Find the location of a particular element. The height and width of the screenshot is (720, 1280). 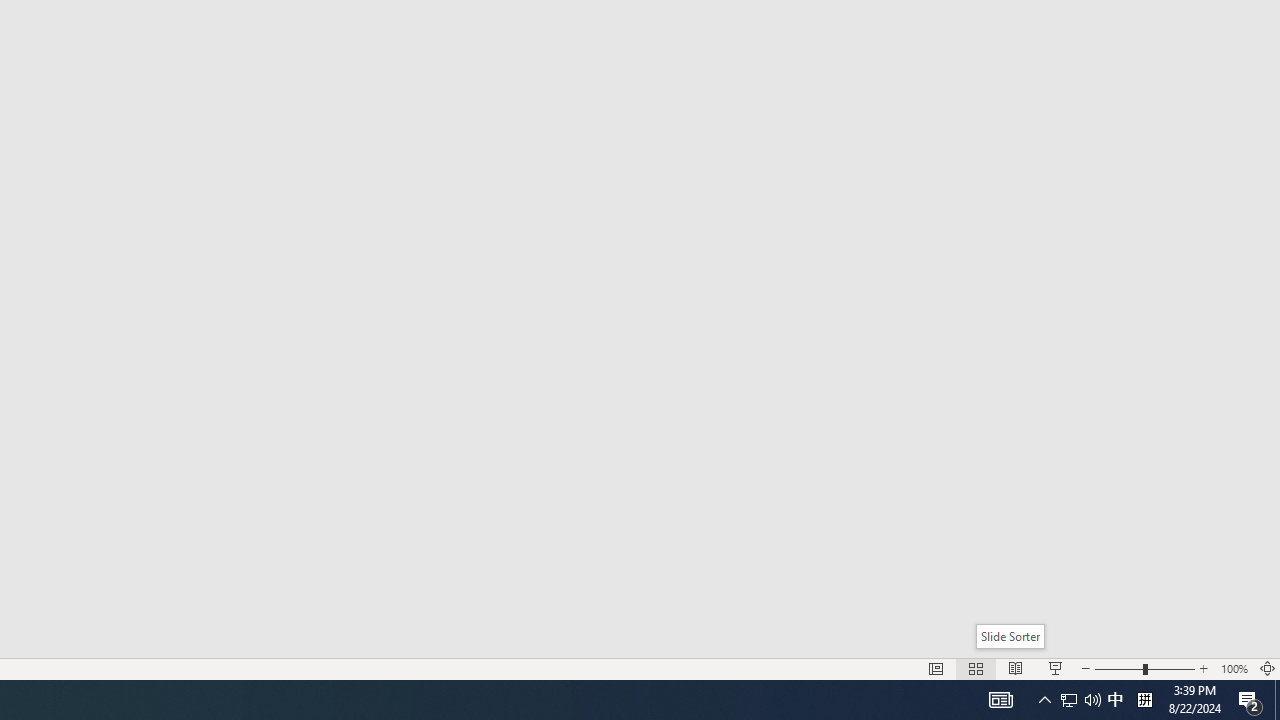

'Zoom 100%' is located at coordinates (1233, 669).